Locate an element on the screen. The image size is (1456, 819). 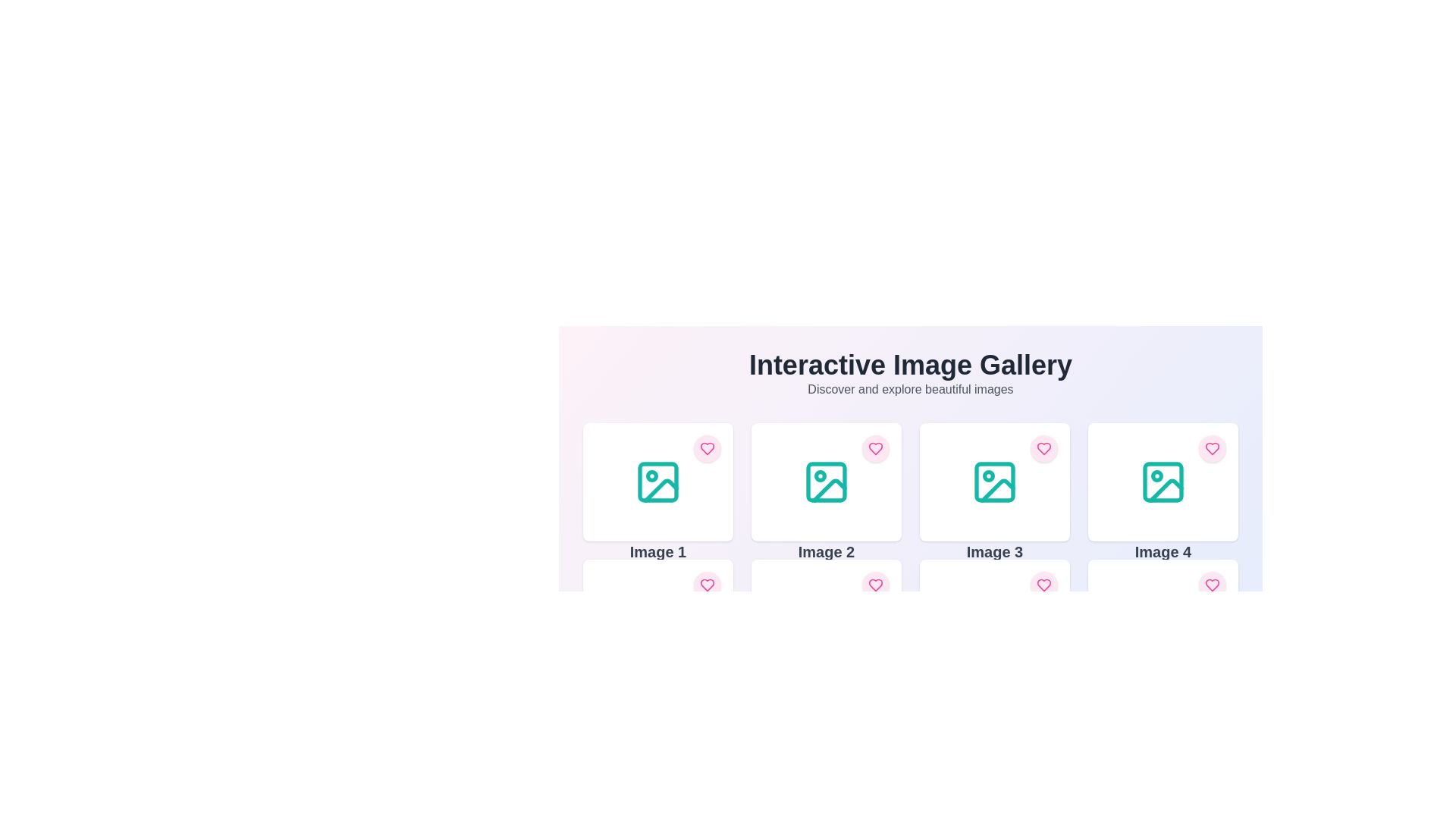
the heart icon in the fourth card of the bottom row of the interactive image gallery is located at coordinates (1211, 584).